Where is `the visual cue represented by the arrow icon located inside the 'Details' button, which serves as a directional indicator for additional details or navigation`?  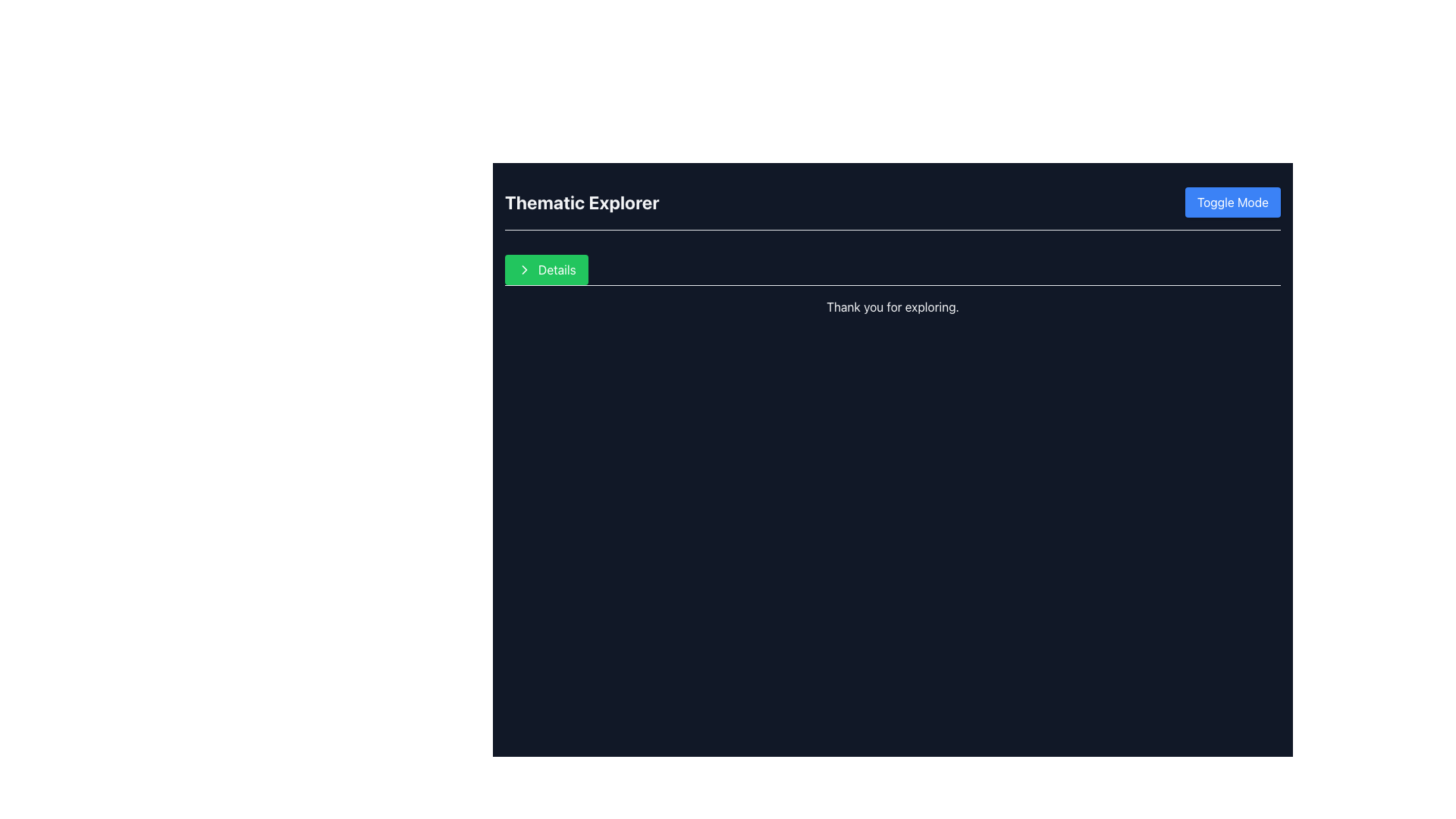
the visual cue represented by the arrow icon located inside the 'Details' button, which serves as a directional indicator for additional details or navigation is located at coordinates (524, 268).